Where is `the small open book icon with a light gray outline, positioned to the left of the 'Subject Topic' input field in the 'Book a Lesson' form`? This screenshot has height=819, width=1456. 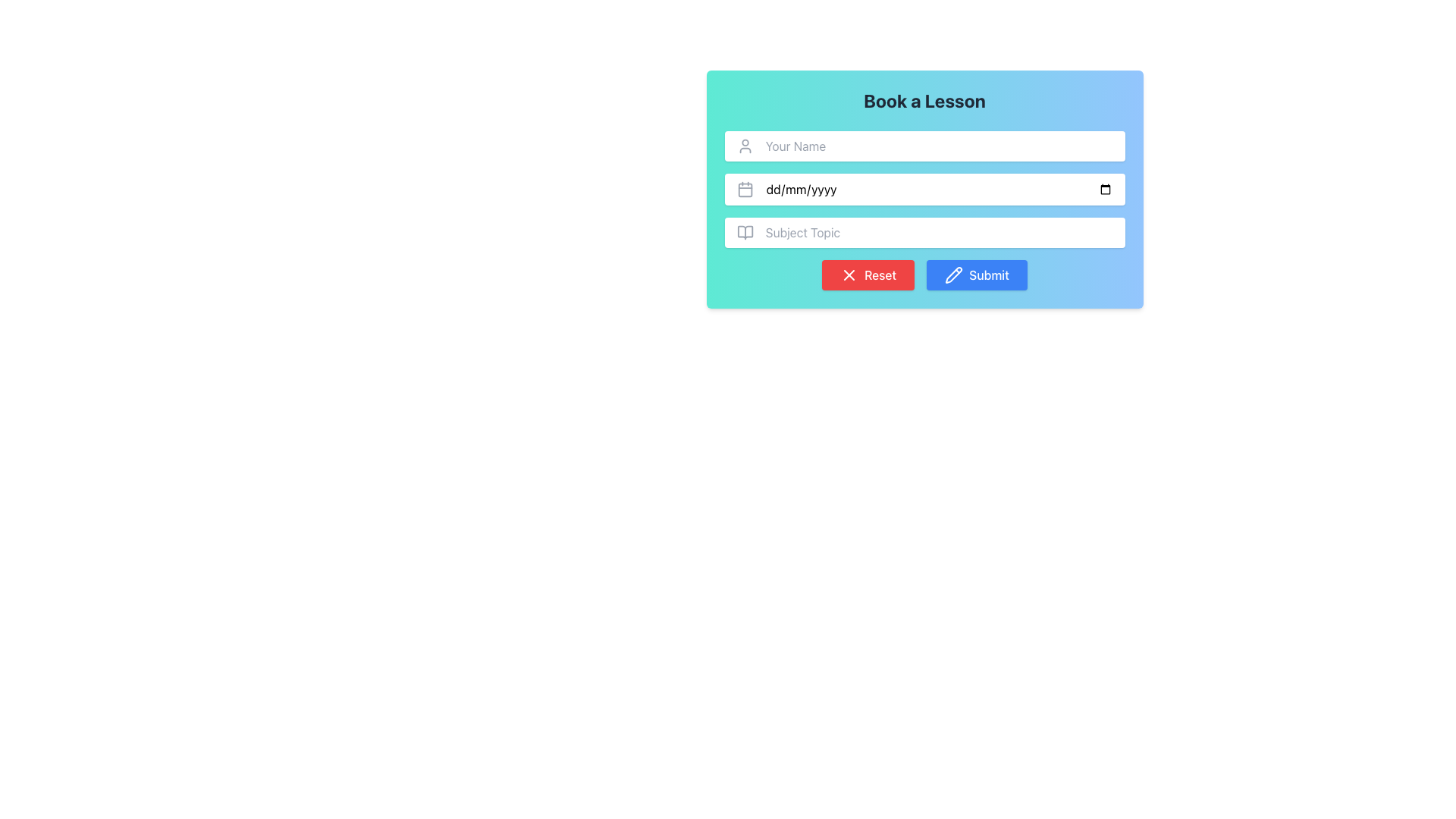 the small open book icon with a light gray outline, positioned to the left of the 'Subject Topic' input field in the 'Book a Lesson' form is located at coordinates (745, 233).